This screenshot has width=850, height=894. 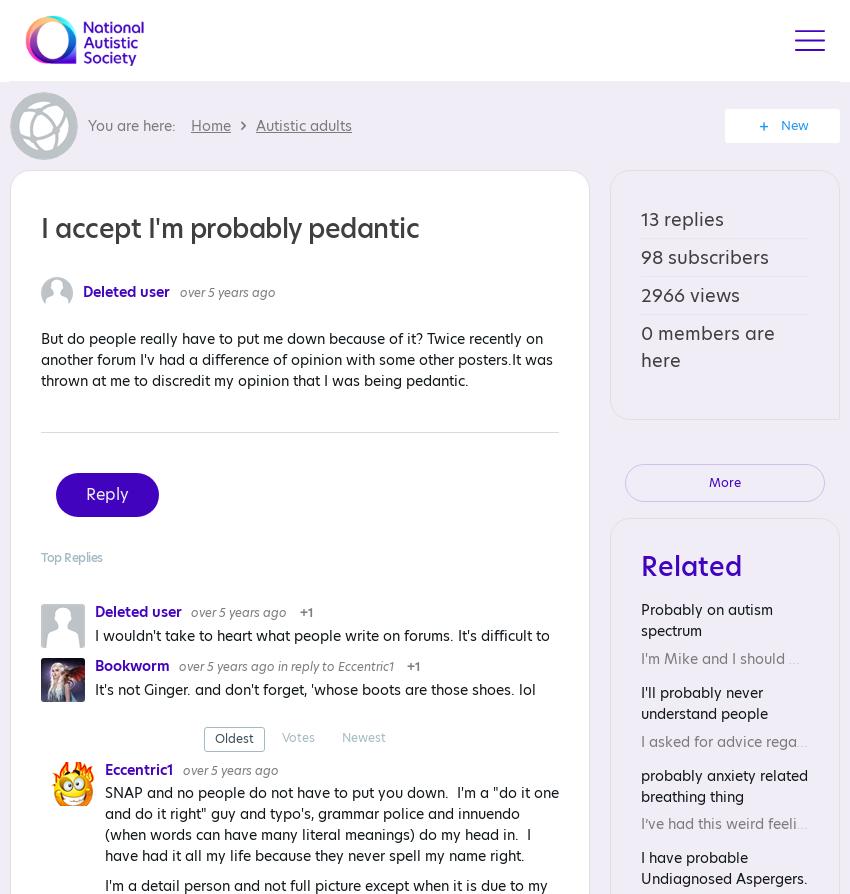 I want to click on 'in reply to', so click(x=277, y=666).